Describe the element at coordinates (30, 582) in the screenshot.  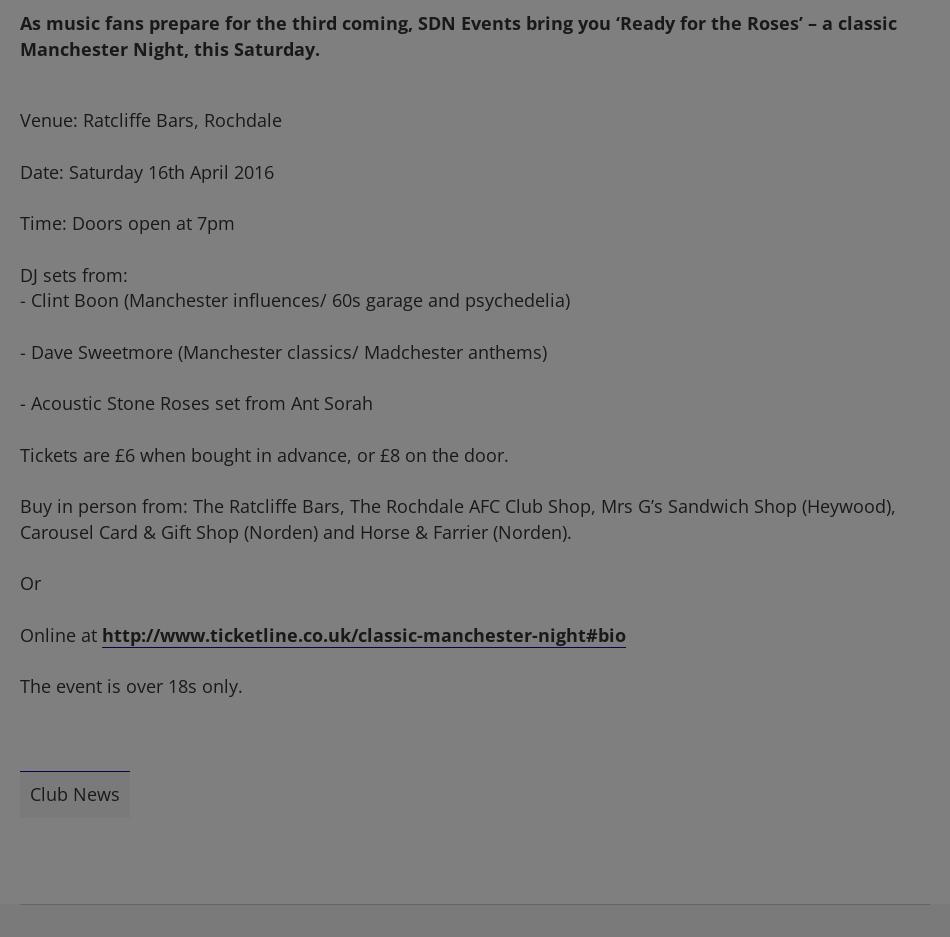
I see `'Or'` at that location.